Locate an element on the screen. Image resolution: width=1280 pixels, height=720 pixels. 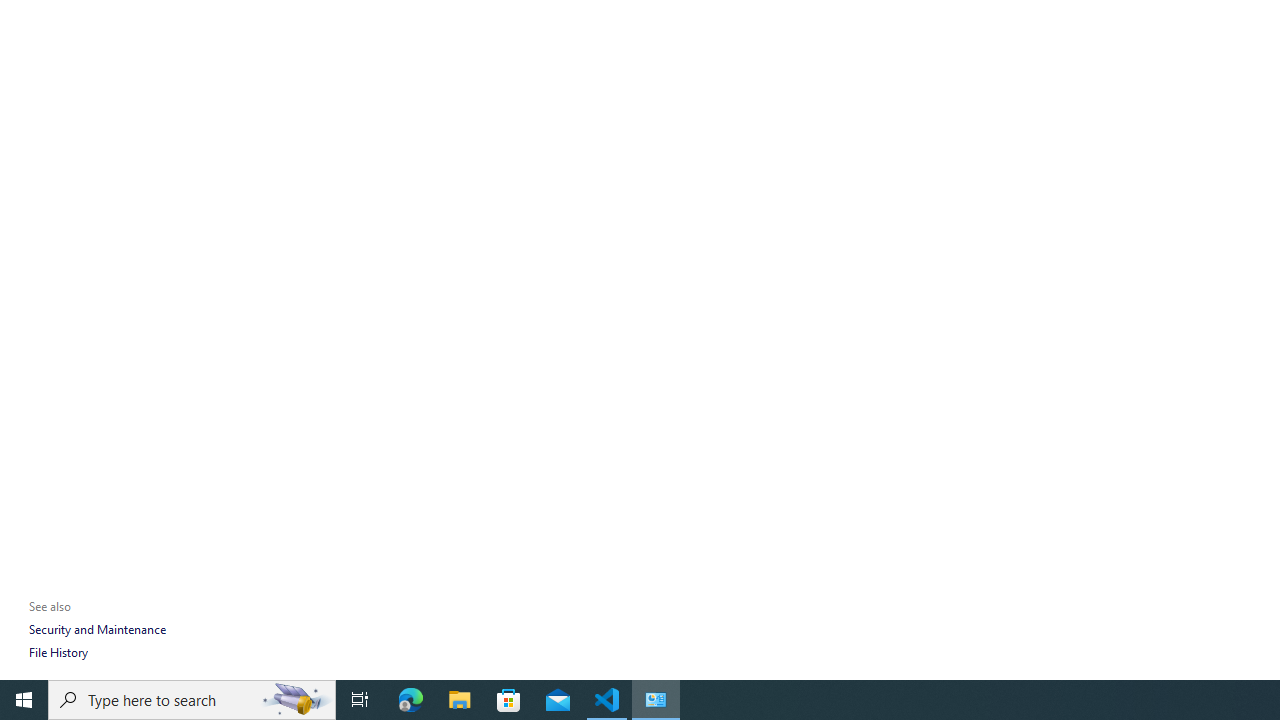
'Task View' is located at coordinates (359, 698).